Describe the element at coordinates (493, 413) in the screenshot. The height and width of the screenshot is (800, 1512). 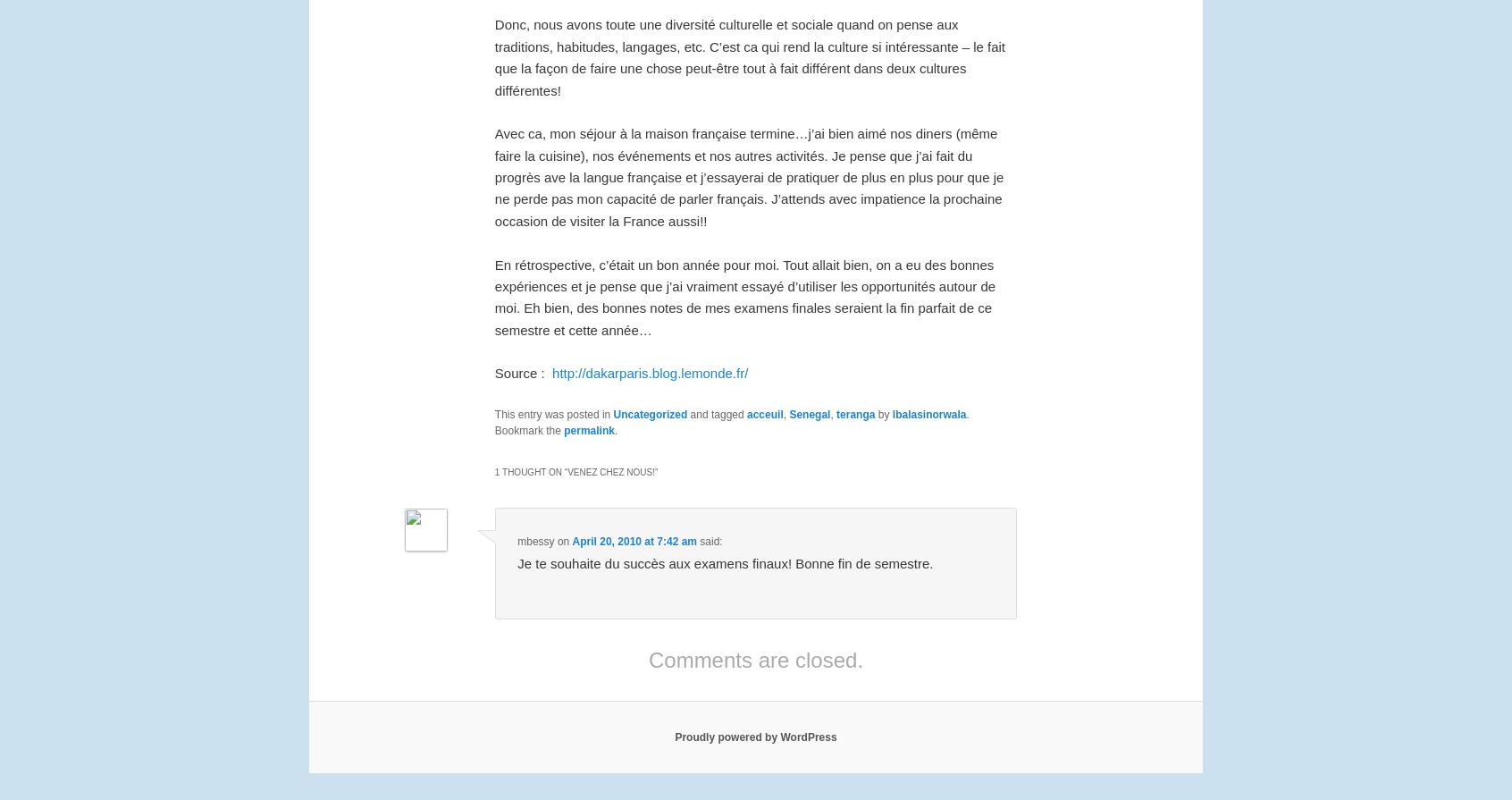
I see `'This entry was posted in'` at that location.